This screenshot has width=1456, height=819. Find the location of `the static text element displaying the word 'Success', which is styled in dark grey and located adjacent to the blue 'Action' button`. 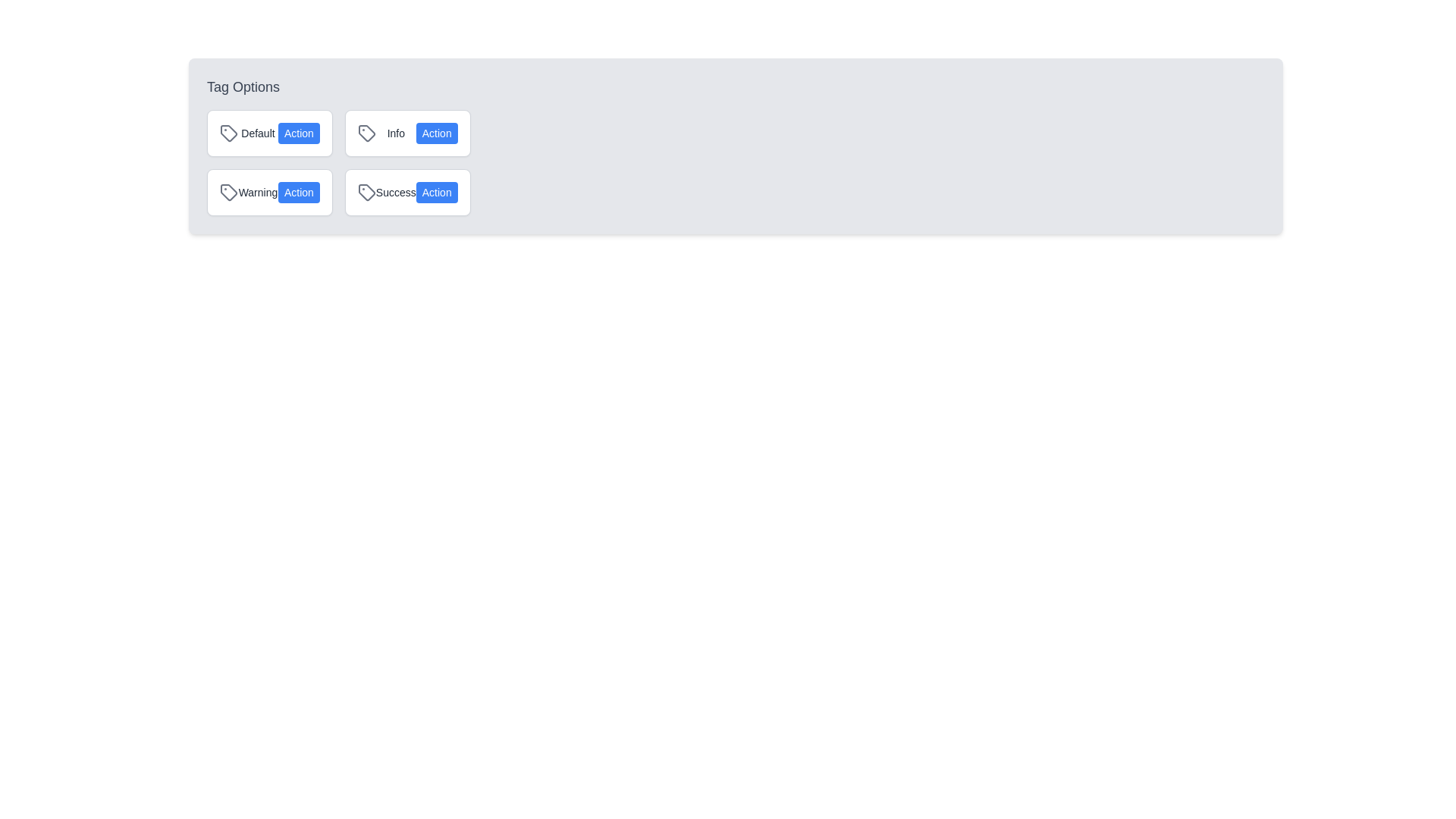

the static text element displaying the word 'Success', which is styled in dark grey and located adjacent to the blue 'Action' button is located at coordinates (396, 192).